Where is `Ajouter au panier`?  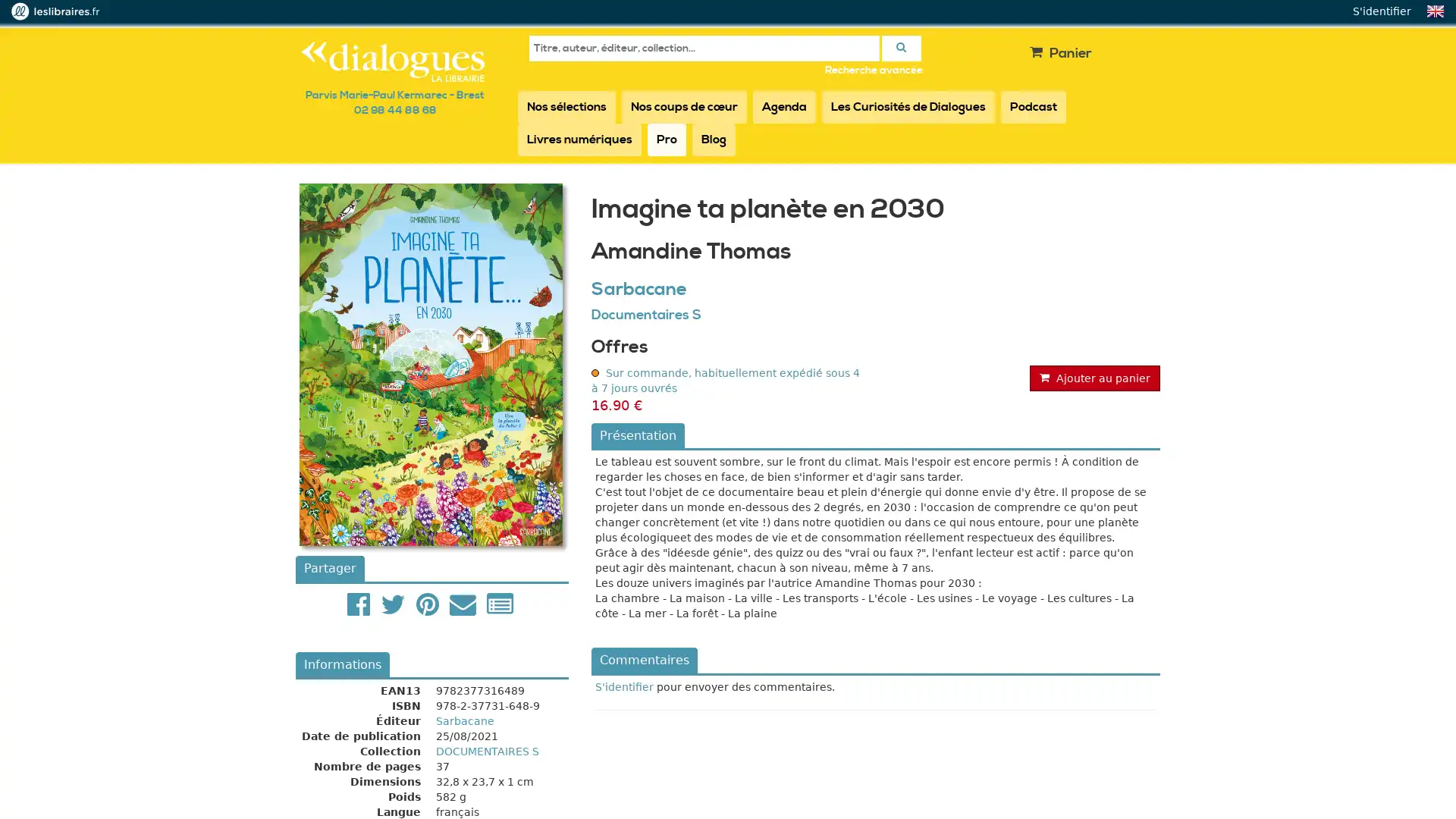
Ajouter au panier is located at coordinates (1095, 376).